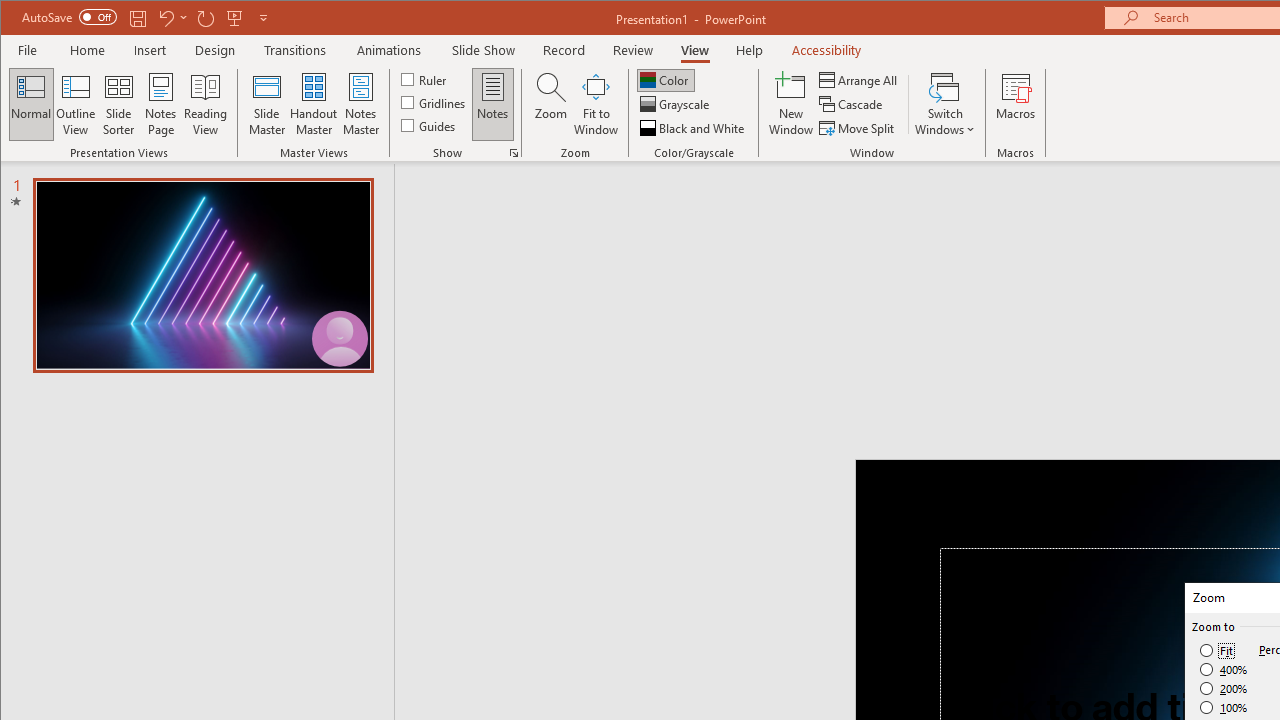 The image size is (1280, 720). What do you see at coordinates (313, 104) in the screenshot?
I see `'Handout Master'` at bounding box center [313, 104].